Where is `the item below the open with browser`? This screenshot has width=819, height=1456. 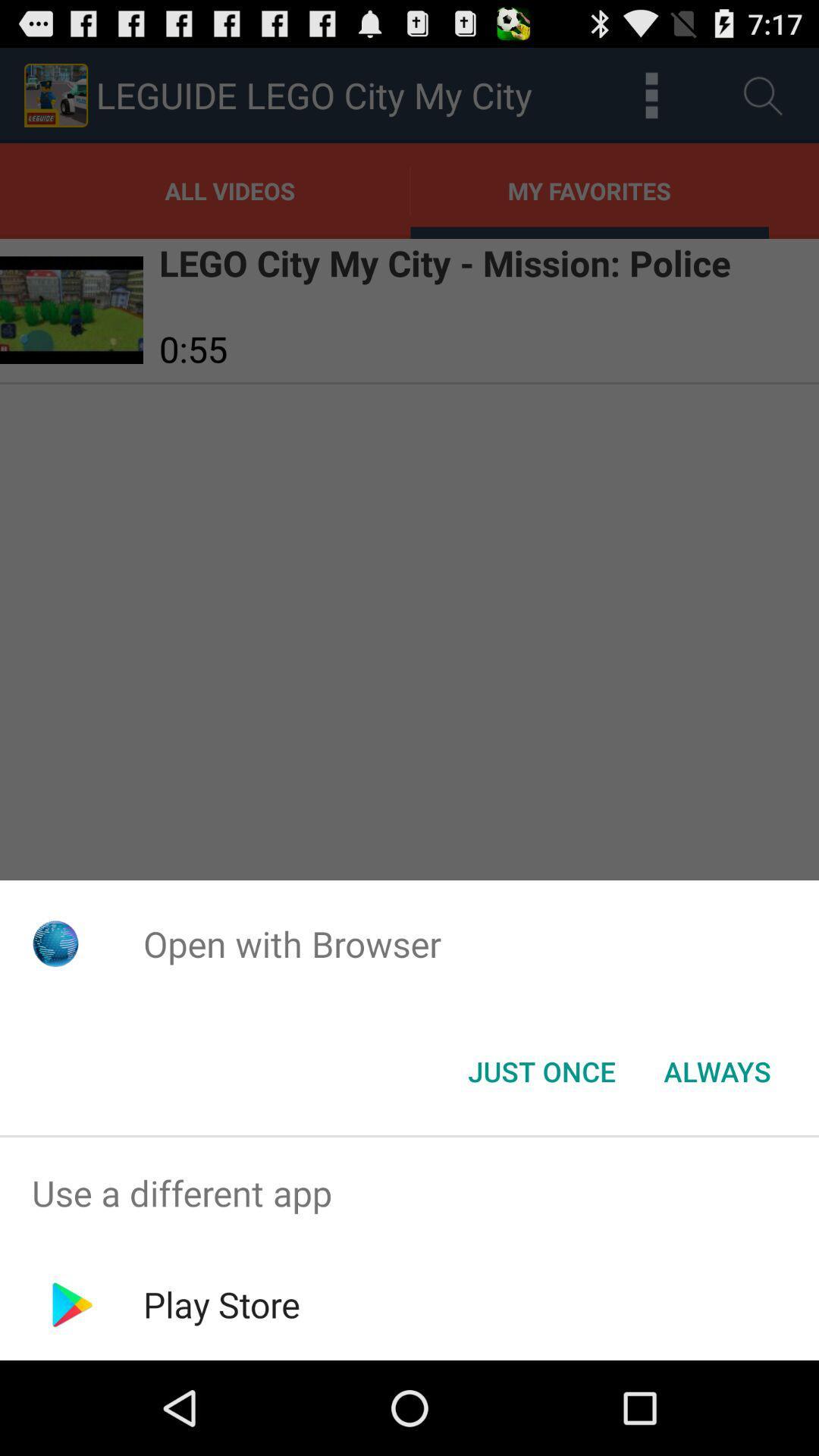
the item below the open with browser is located at coordinates (717, 1070).